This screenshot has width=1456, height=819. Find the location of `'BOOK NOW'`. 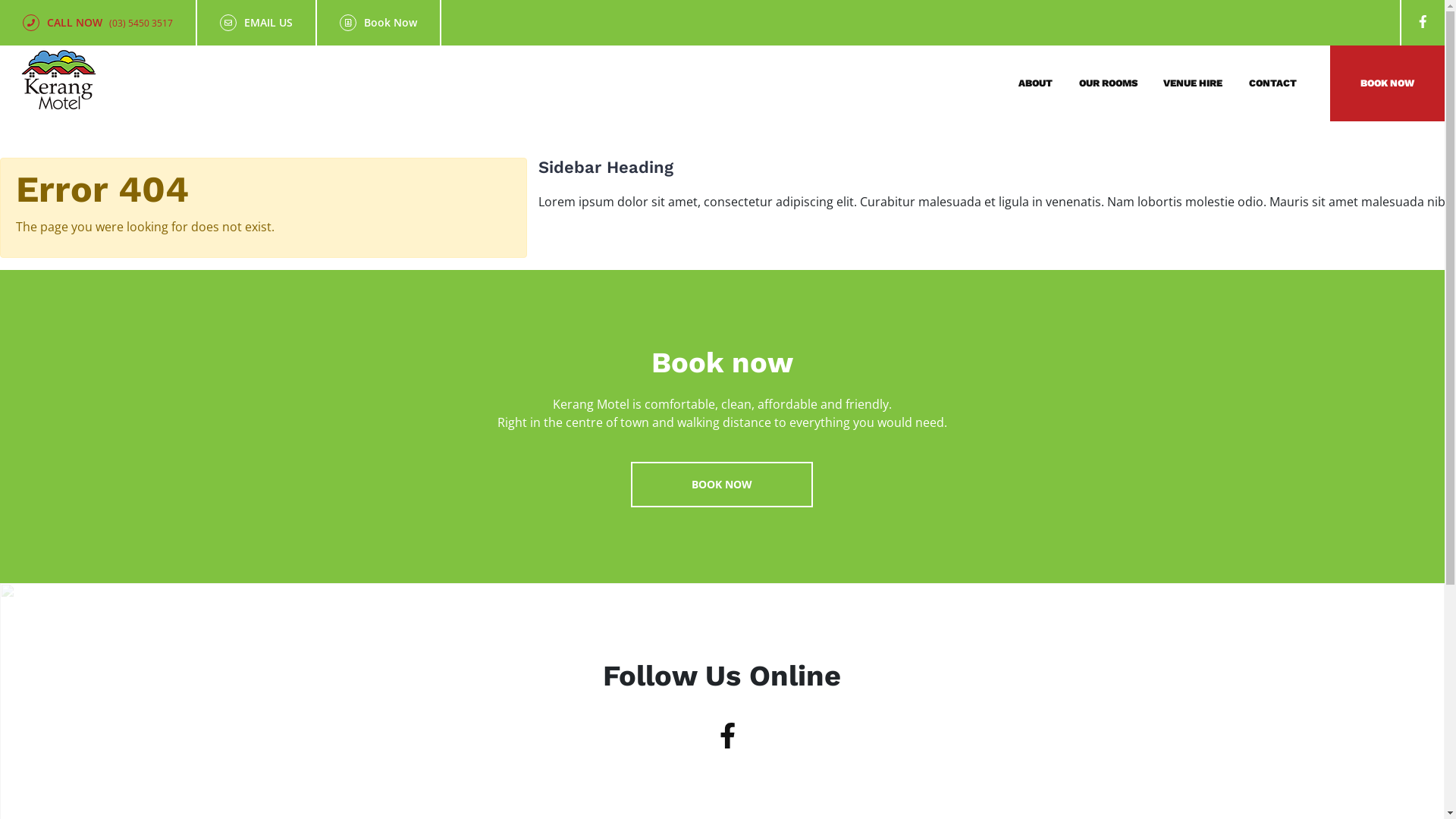

'BOOK NOW' is located at coordinates (630, 485).